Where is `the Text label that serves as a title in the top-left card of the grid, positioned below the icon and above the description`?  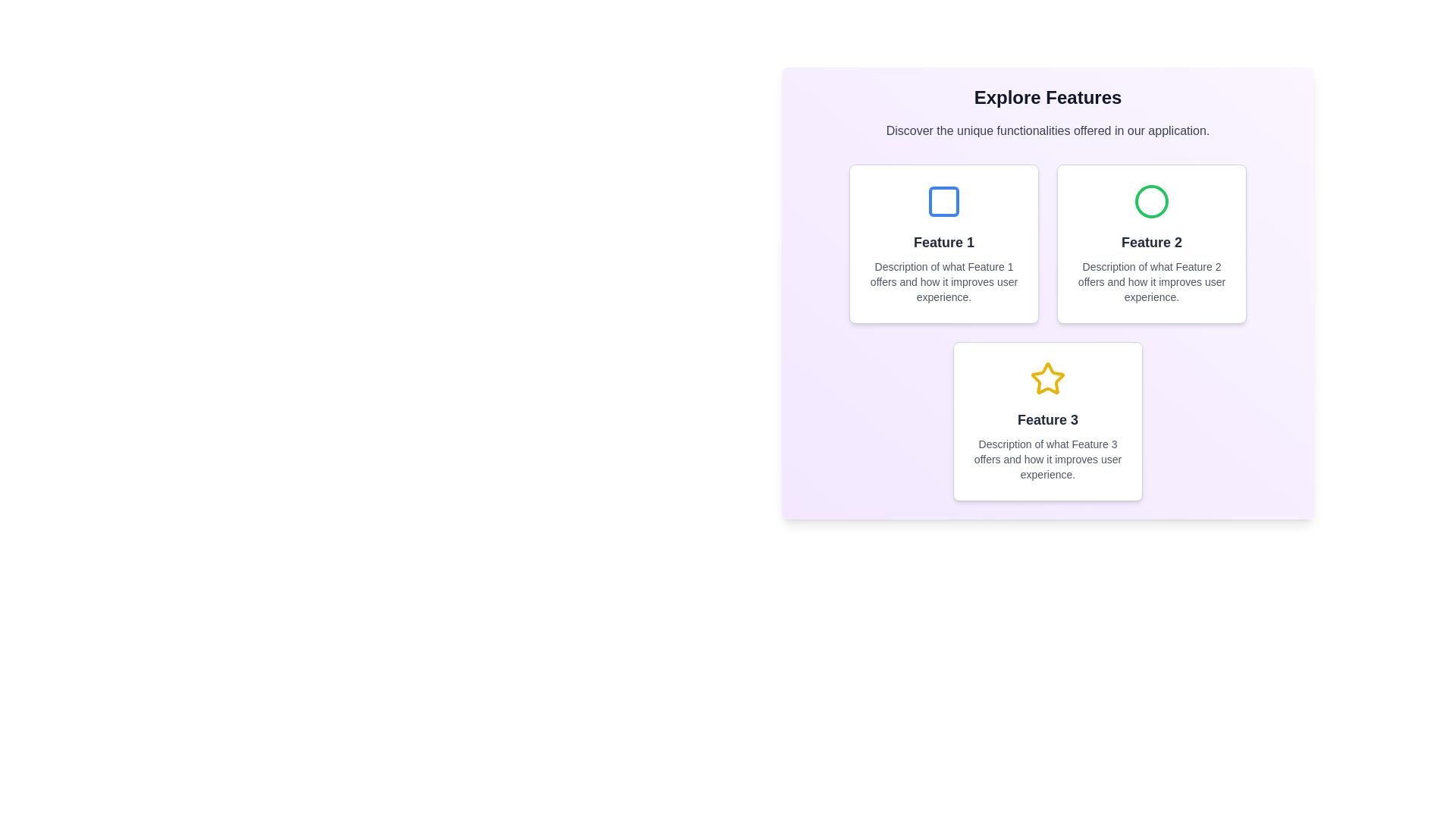 the Text label that serves as a title in the top-left card of the grid, positioned below the icon and above the description is located at coordinates (943, 242).